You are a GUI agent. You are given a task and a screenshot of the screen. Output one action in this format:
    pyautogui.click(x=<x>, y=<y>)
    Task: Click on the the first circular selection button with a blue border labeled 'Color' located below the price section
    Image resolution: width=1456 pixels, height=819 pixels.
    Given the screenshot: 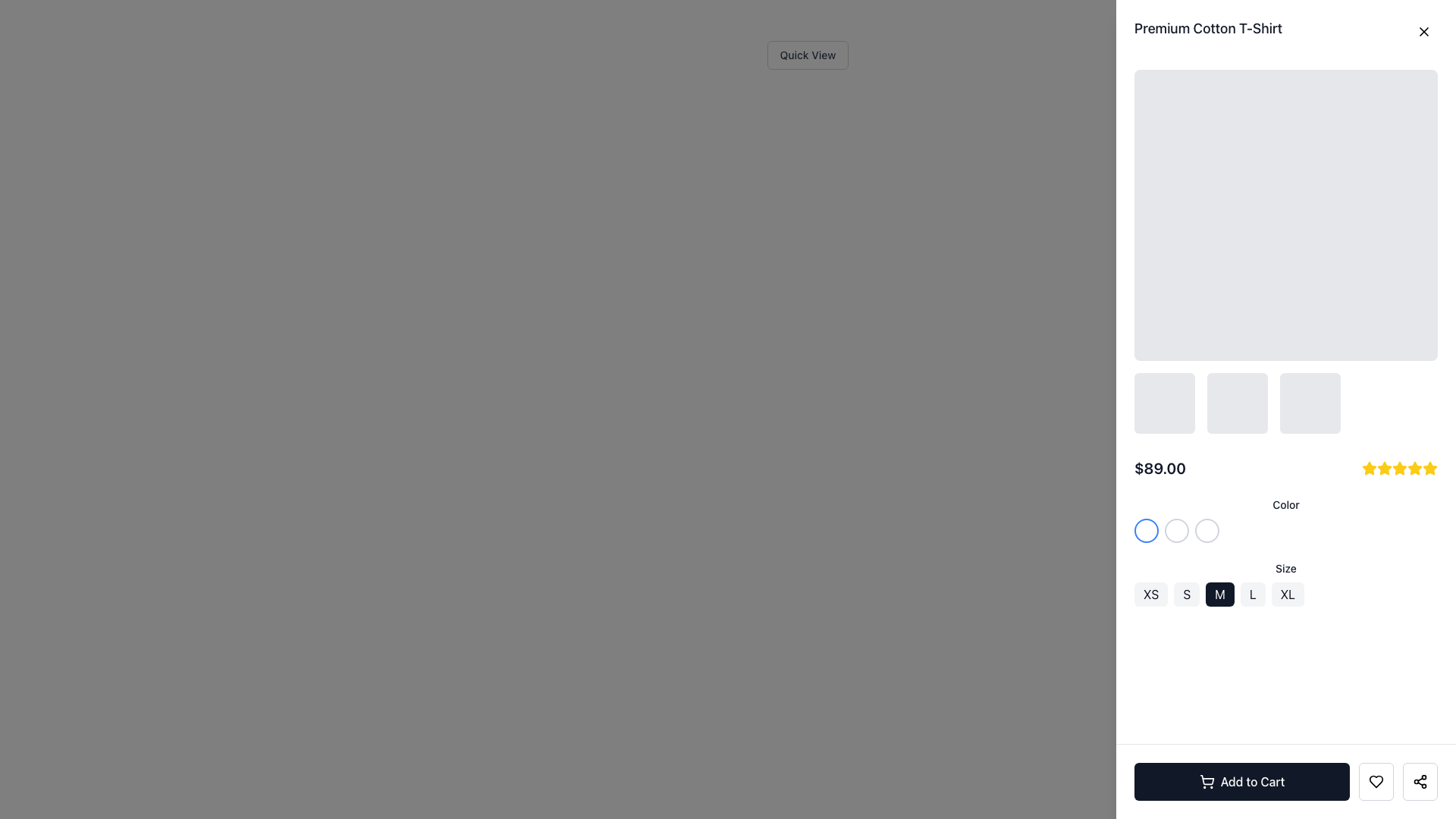 What is the action you would take?
    pyautogui.click(x=1147, y=529)
    